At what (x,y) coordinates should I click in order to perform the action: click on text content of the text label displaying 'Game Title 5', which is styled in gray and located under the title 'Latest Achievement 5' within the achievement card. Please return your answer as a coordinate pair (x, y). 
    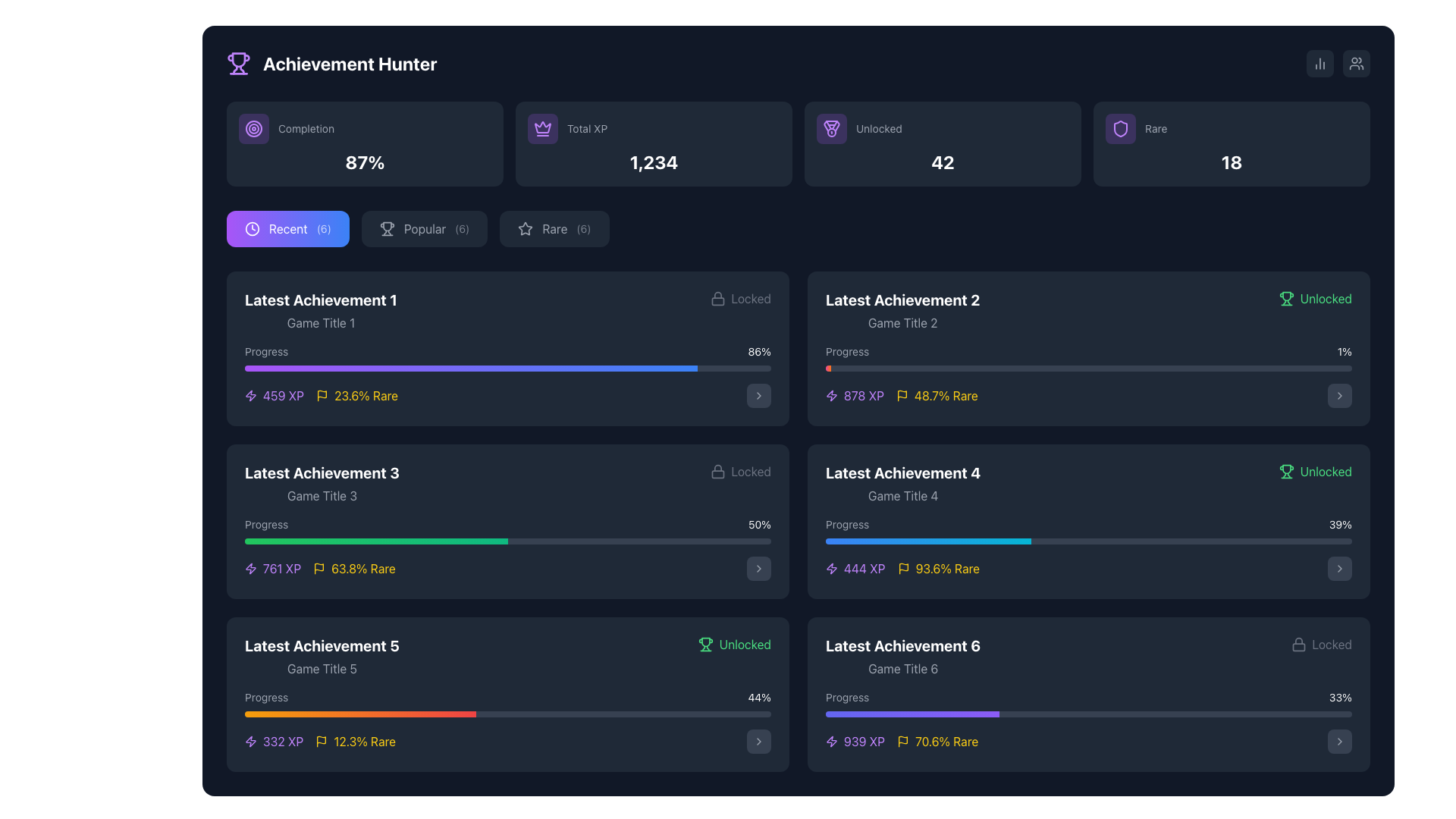
    Looking at the image, I should click on (321, 668).